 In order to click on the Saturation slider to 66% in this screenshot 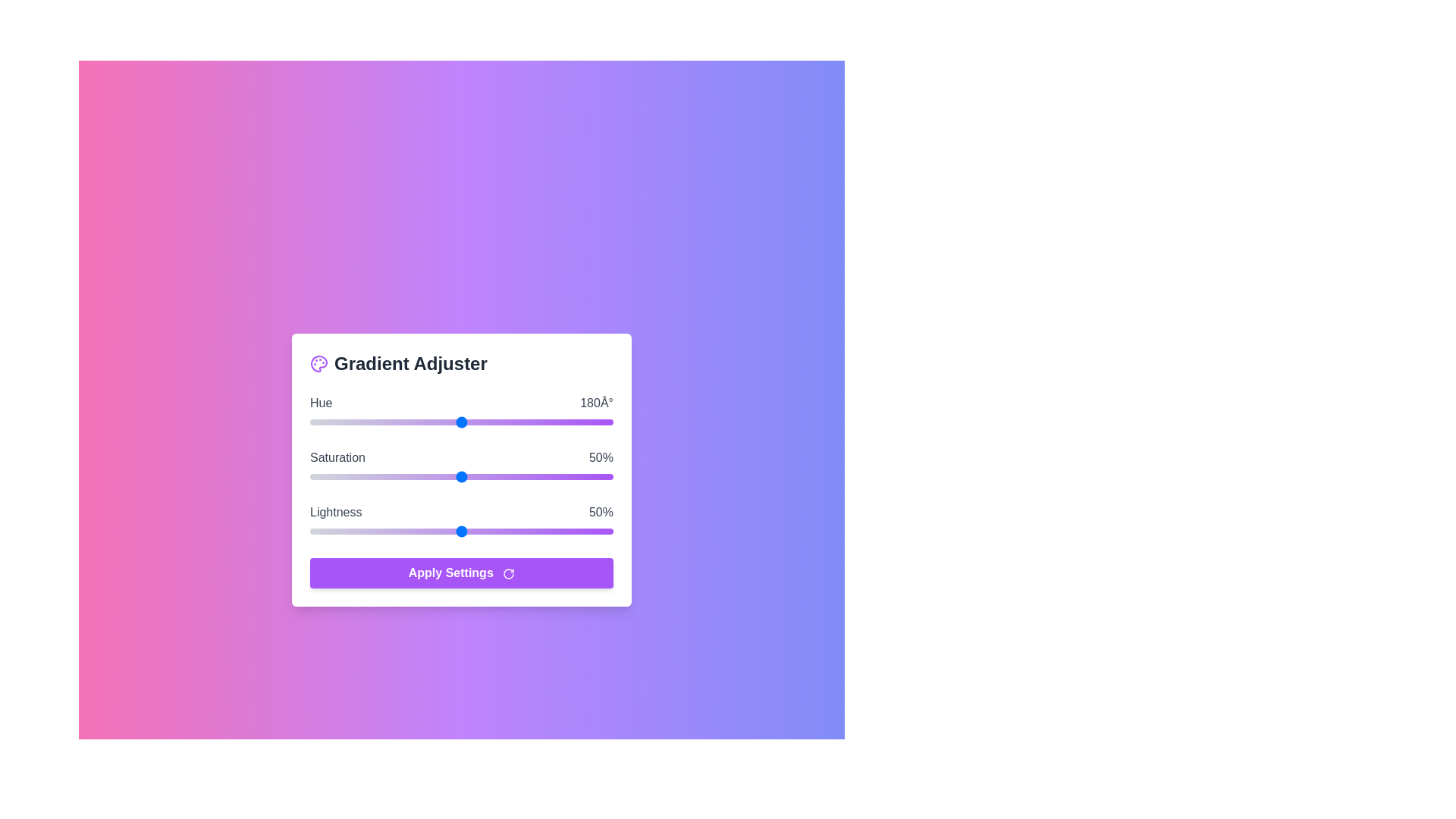, I will do `click(510, 475)`.